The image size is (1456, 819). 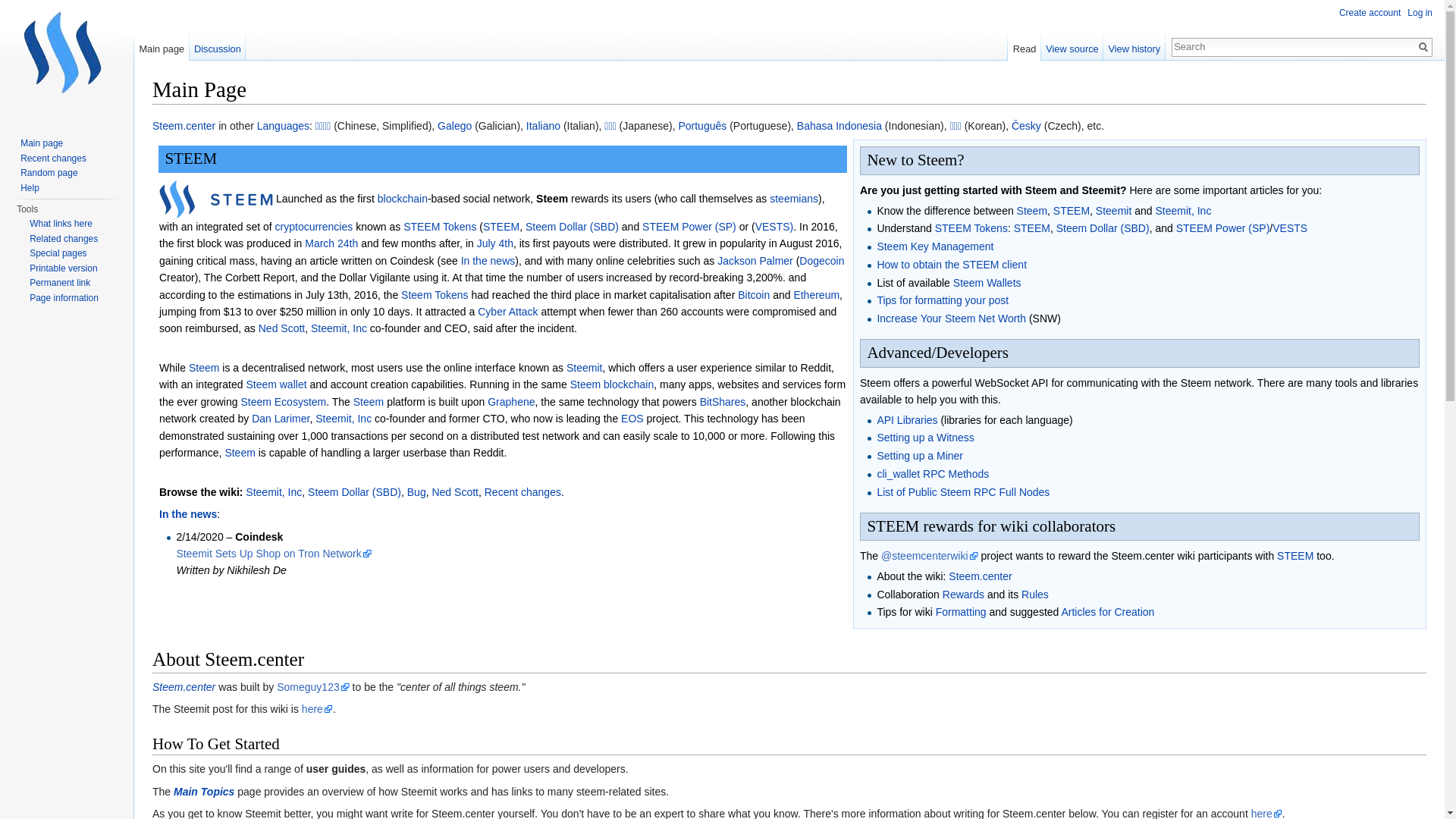 What do you see at coordinates (792, 198) in the screenshot?
I see `'steemians'` at bounding box center [792, 198].